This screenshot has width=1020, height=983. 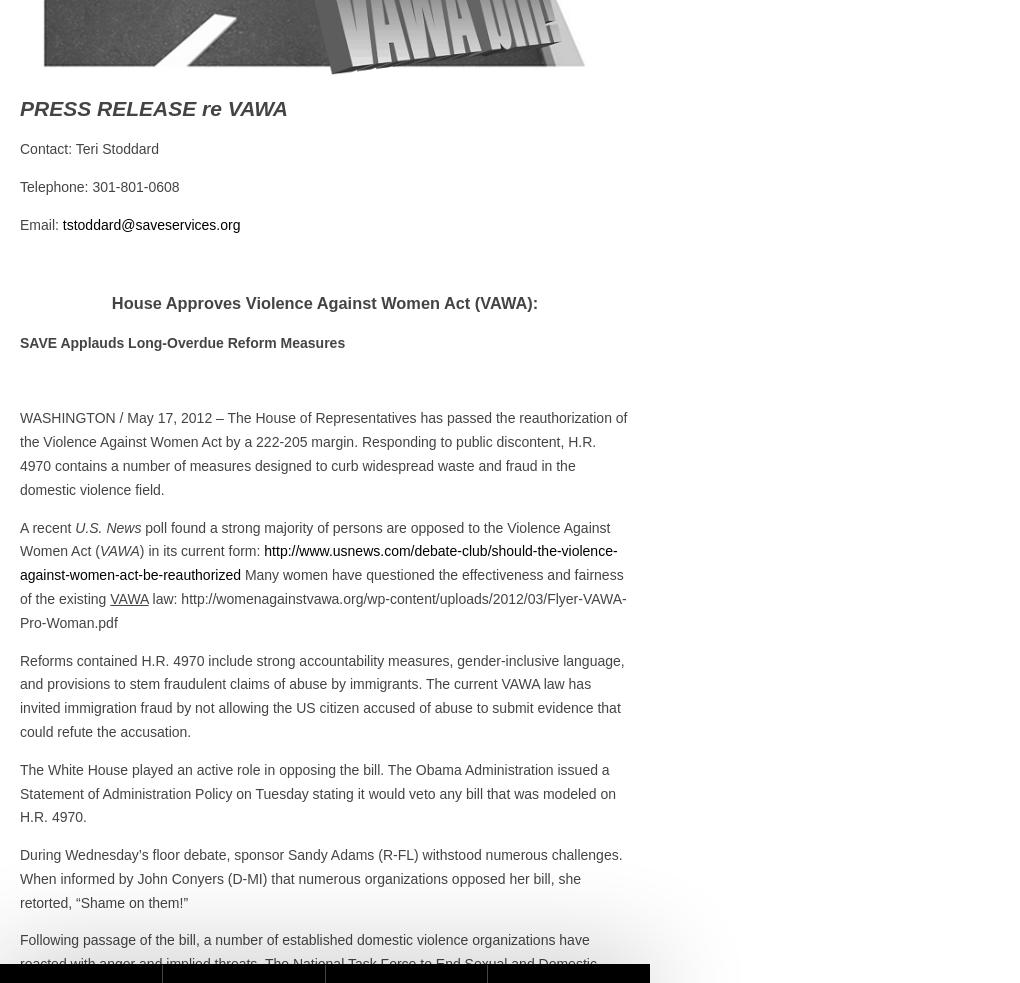 What do you see at coordinates (736, 269) in the screenshot?
I see `'Thomas James, Esq.'` at bounding box center [736, 269].